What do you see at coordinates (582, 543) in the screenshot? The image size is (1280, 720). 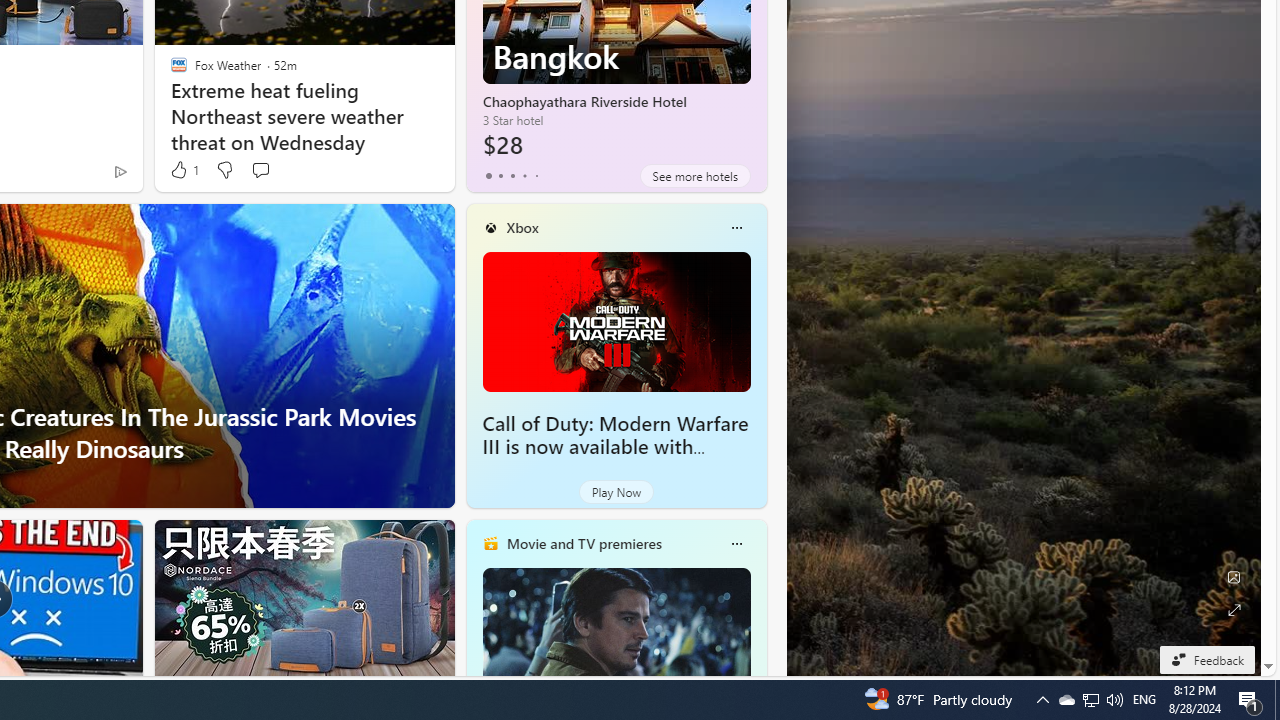 I see `'Movie and TV premieres'` at bounding box center [582, 543].